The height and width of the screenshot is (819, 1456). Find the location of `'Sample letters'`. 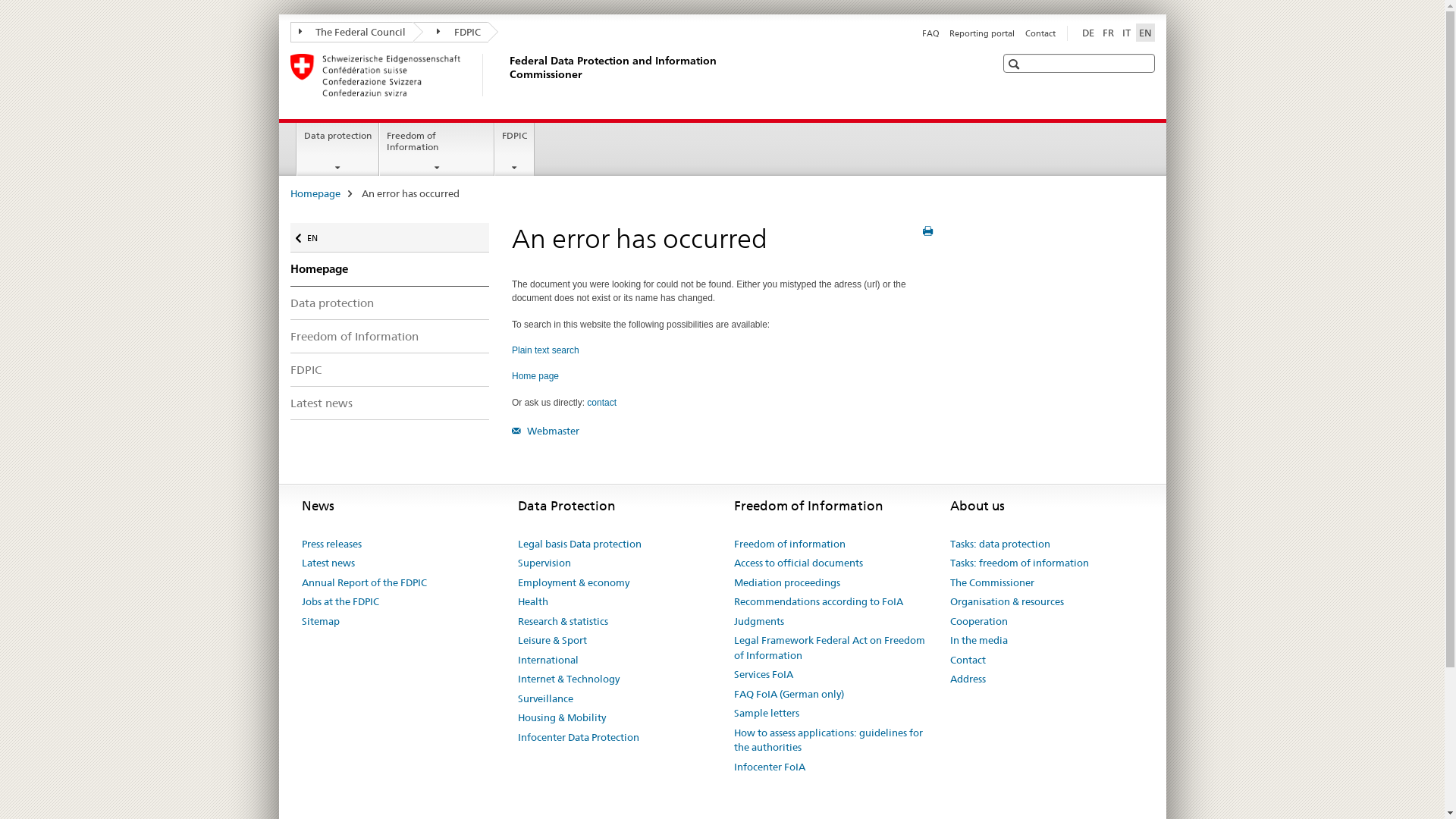

'Sample letters' is located at coordinates (767, 714).